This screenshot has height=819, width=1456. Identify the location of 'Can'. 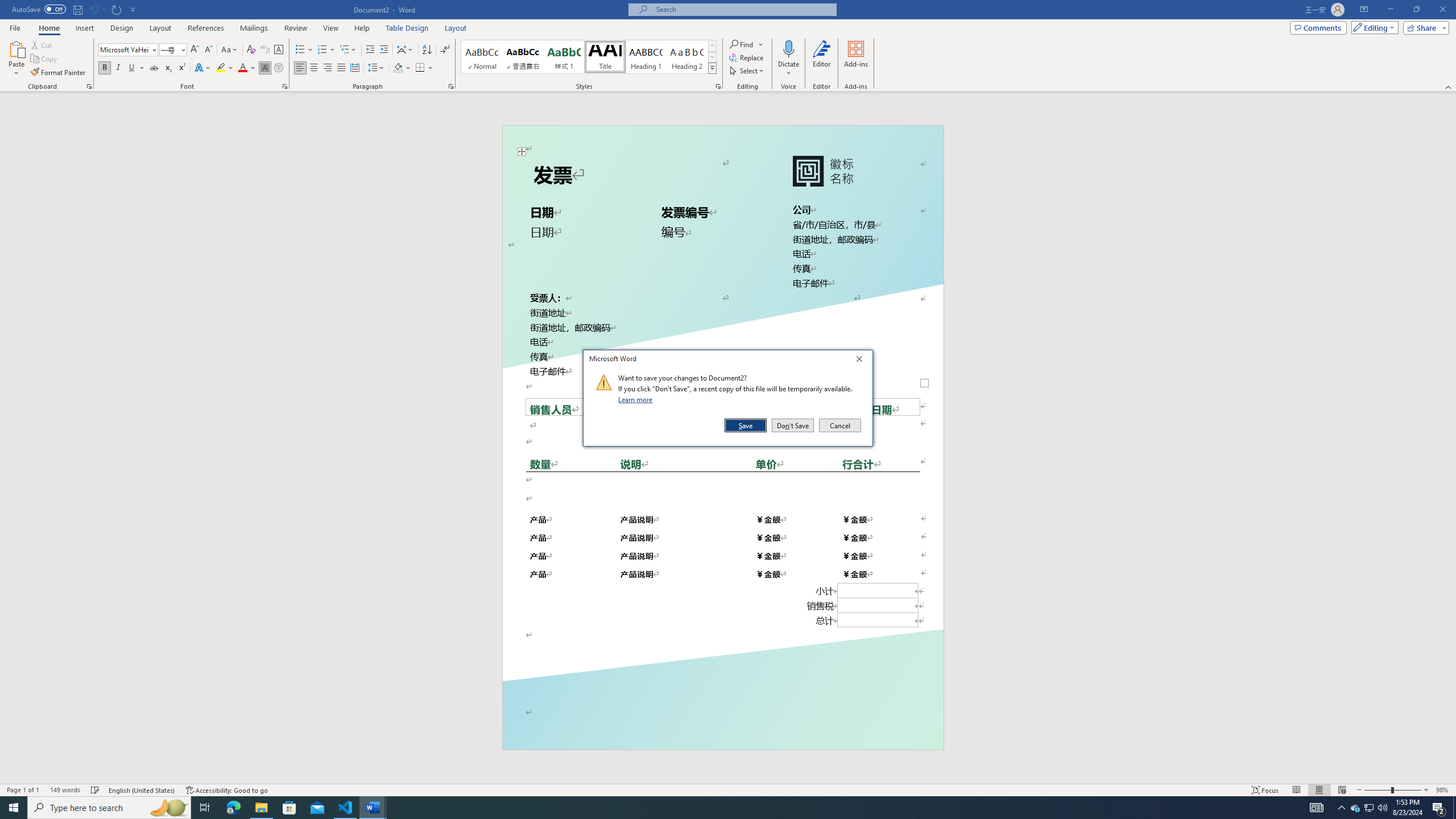
(93, 9).